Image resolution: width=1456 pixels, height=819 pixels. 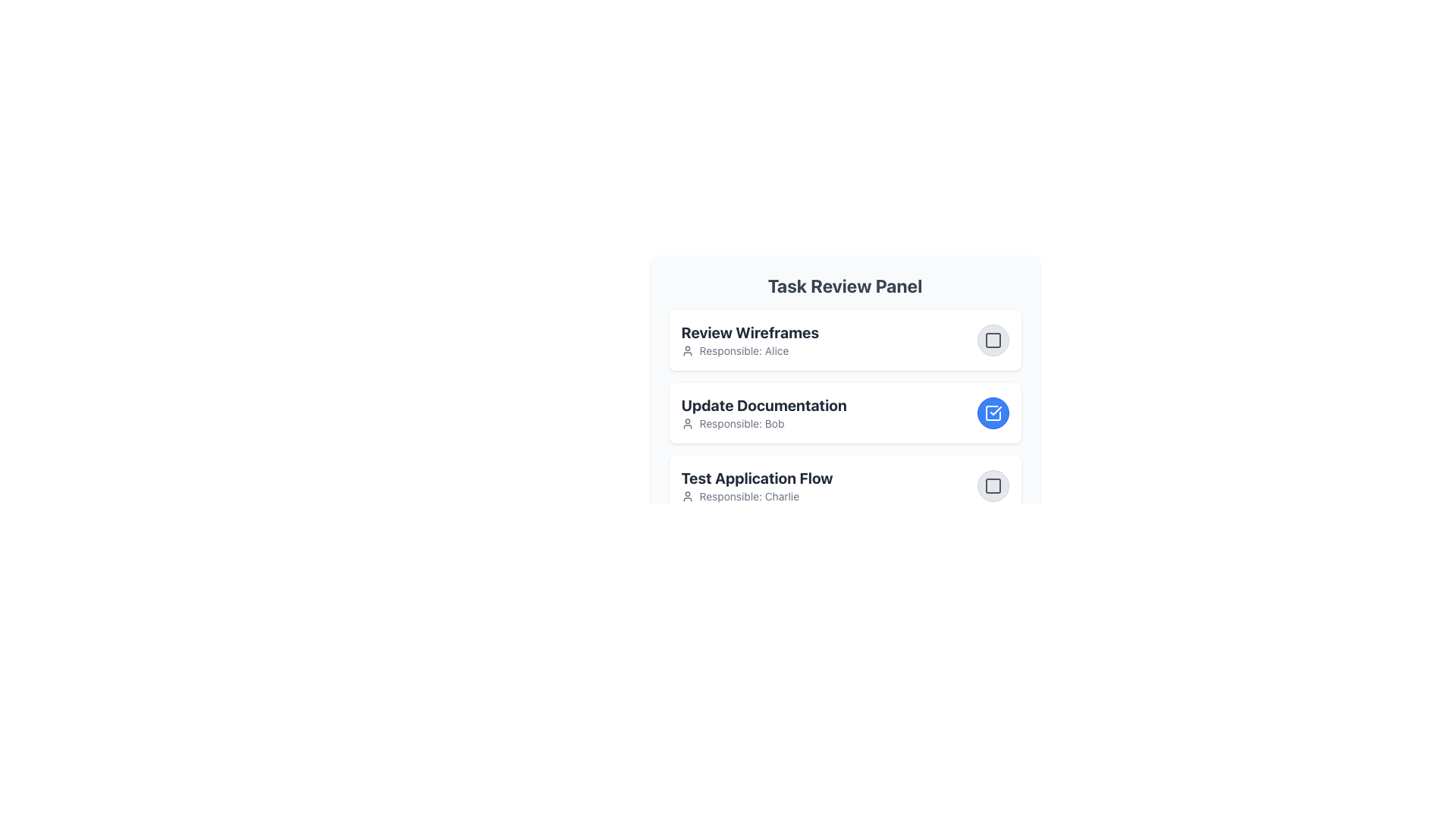 I want to click on the distinctive circular button in the 'Task Review Panel' section to confirm the task 'Update Documentation' as complete, so click(x=993, y=413).